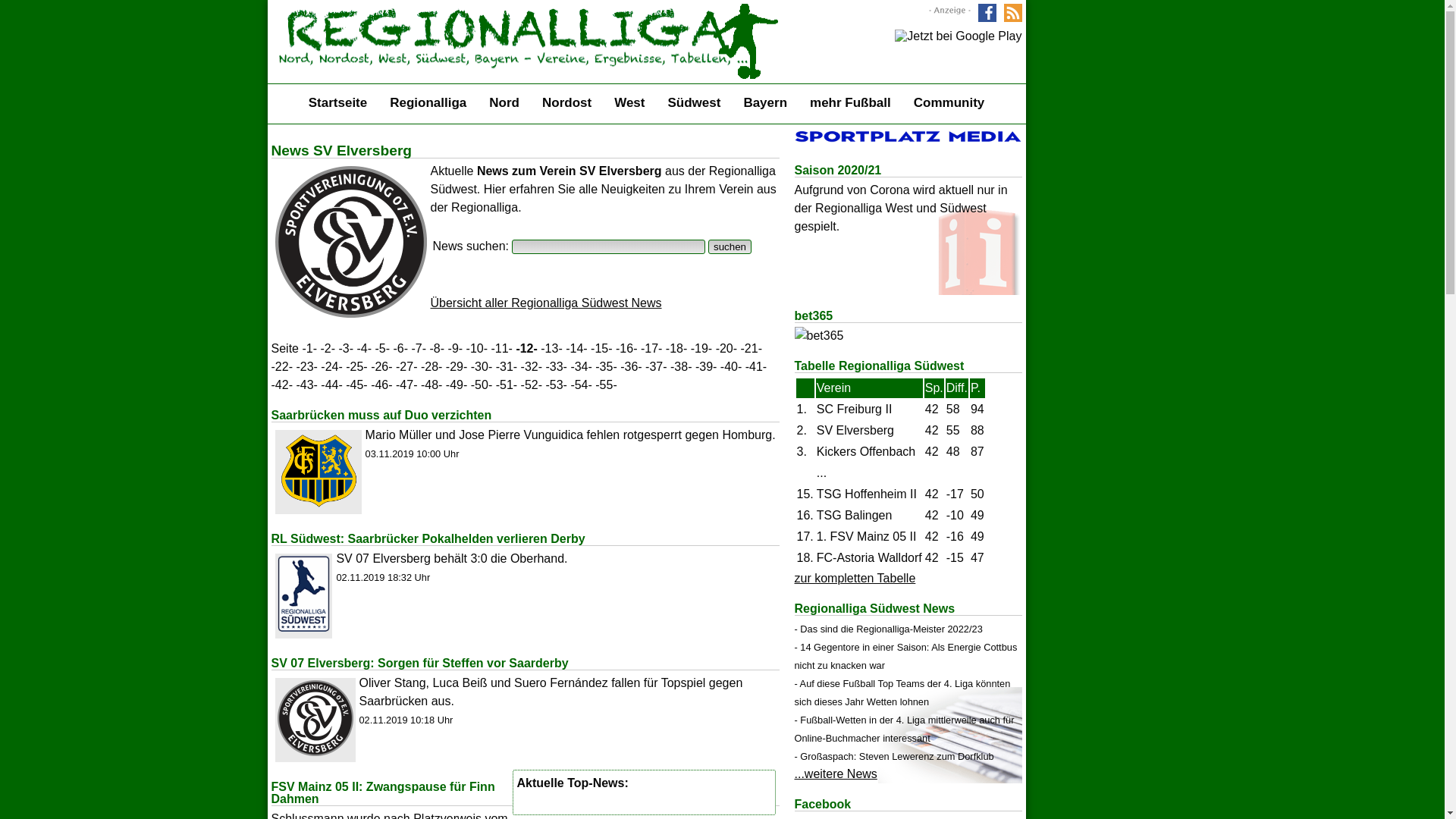 The image size is (1456, 819). Describe the element at coordinates (550, 348) in the screenshot. I see `'-13-'` at that location.